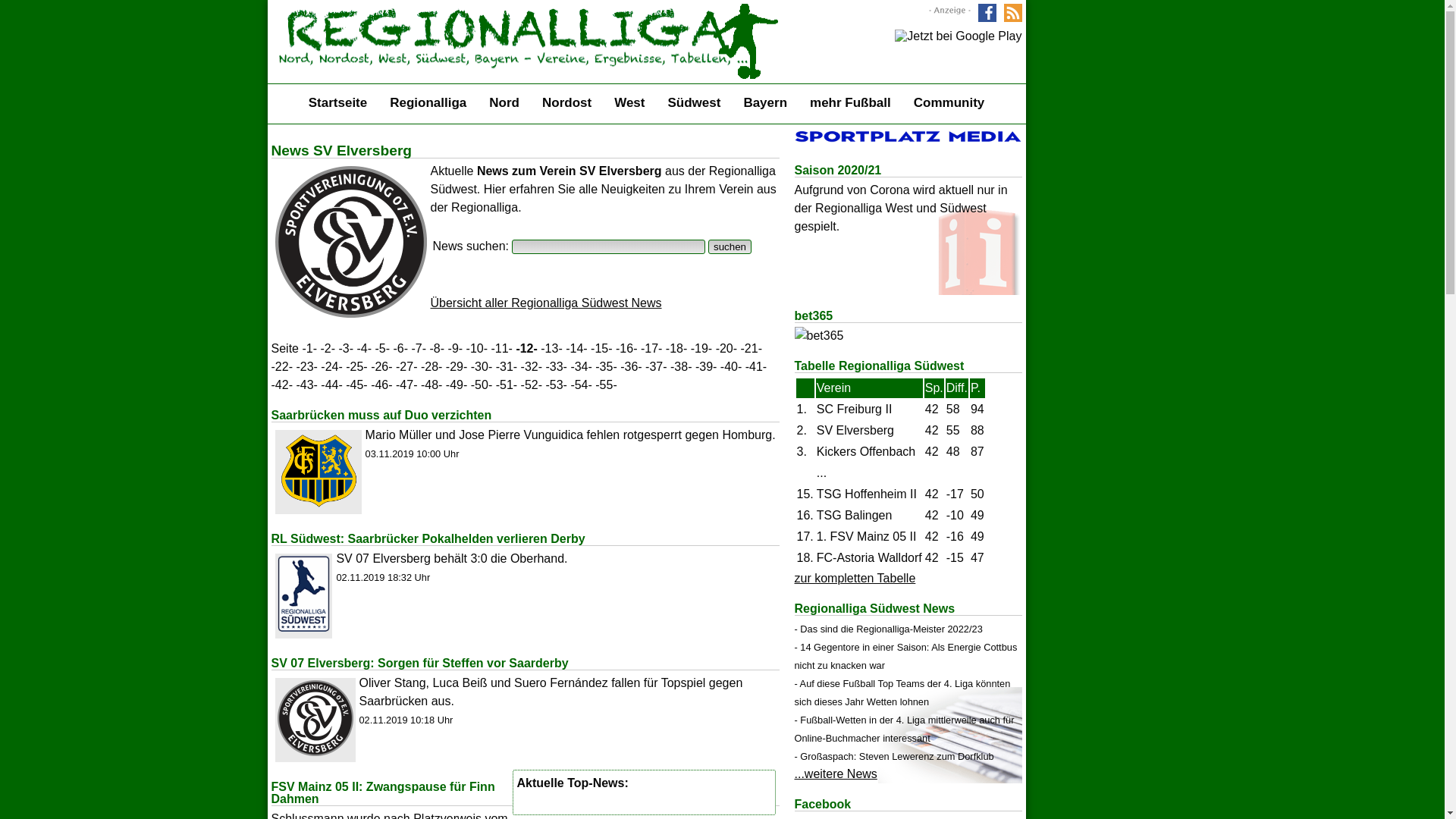 The image size is (1456, 819). Describe the element at coordinates (550, 348) in the screenshot. I see `'-13-'` at that location.